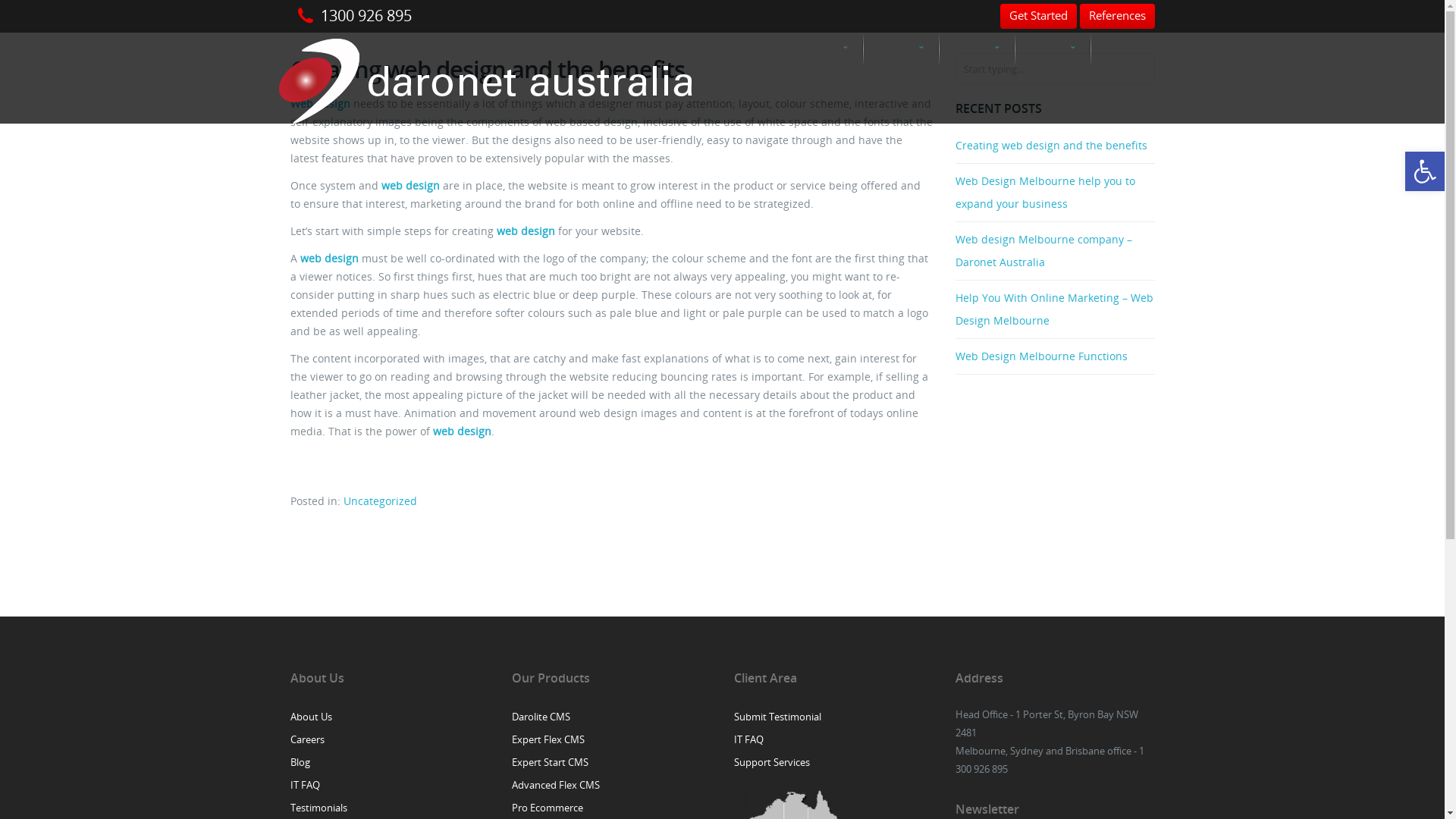 The width and height of the screenshot is (1456, 819). What do you see at coordinates (954, 146) in the screenshot?
I see `'Creating web design and the benefits'` at bounding box center [954, 146].